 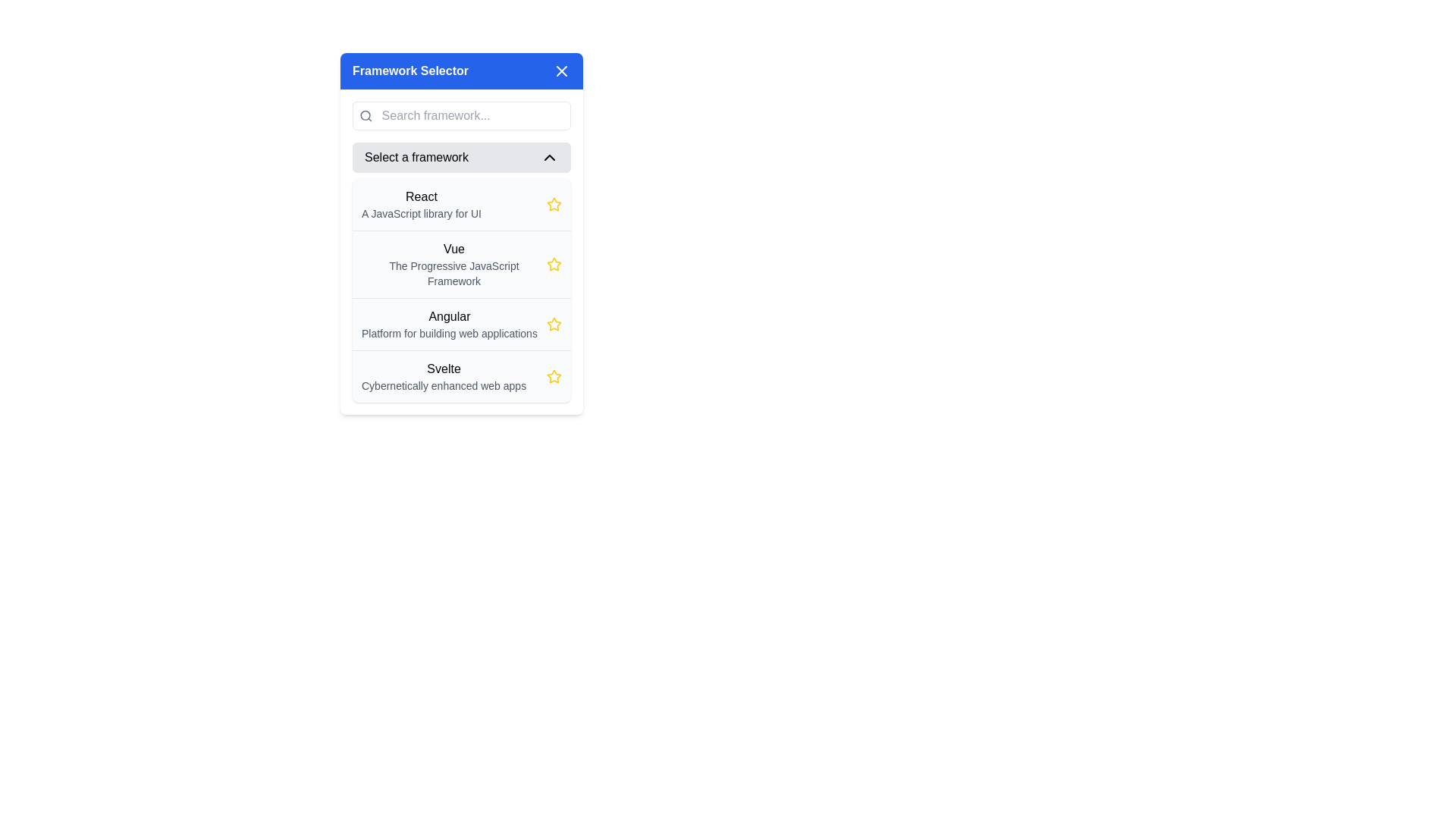 What do you see at coordinates (553, 263) in the screenshot?
I see `the star icon indicating 'favorite' or 'rating' for the 'Vue' JavaScript framework, located at the far right of its list entry` at bounding box center [553, 263].